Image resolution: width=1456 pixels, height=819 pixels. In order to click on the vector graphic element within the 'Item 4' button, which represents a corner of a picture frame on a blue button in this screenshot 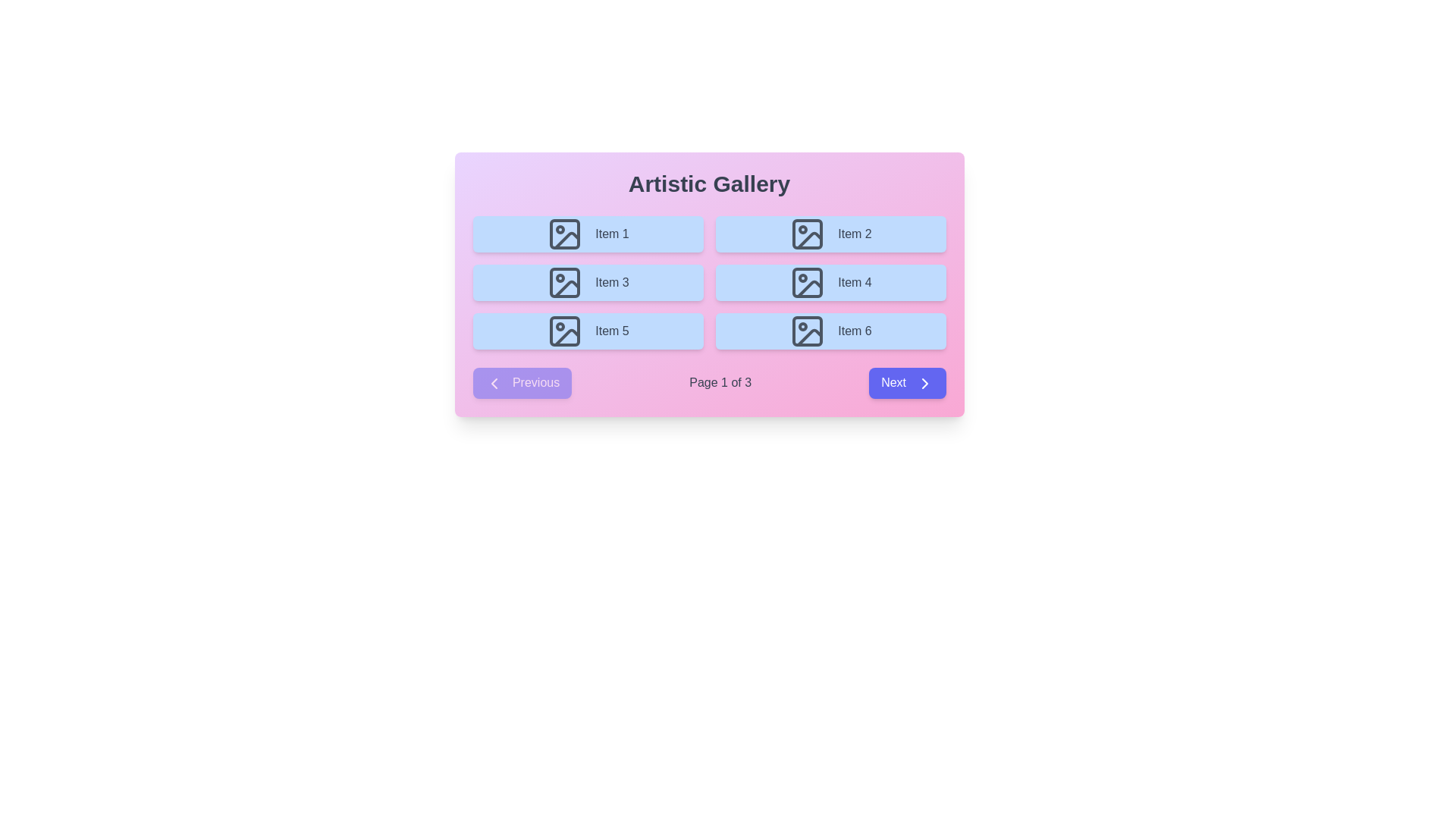, I will do `click(809, 289)`.